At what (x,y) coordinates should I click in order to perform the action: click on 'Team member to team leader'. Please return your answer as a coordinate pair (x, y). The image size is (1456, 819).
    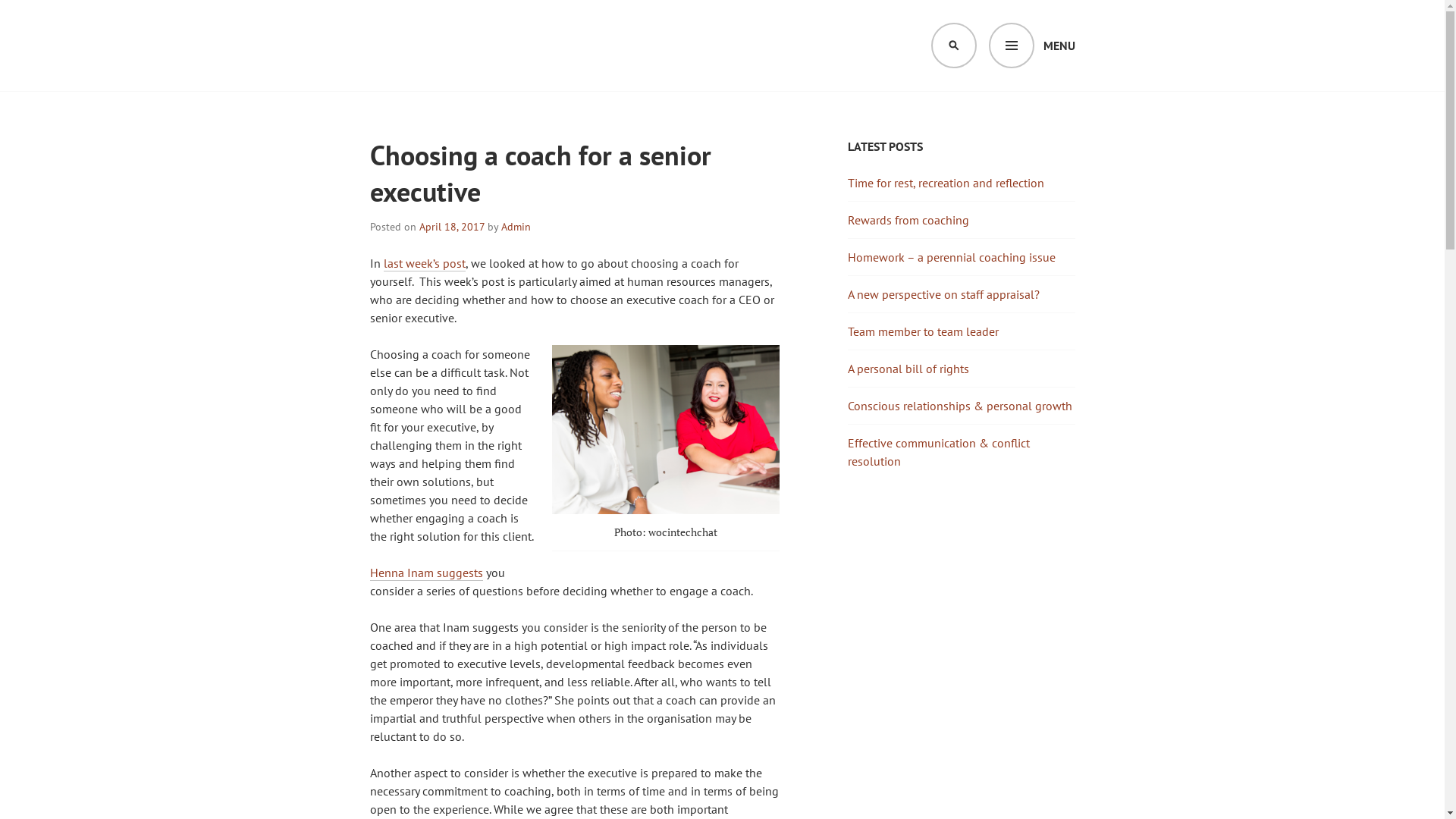
    Looking at the image, I should click on (922, 330).